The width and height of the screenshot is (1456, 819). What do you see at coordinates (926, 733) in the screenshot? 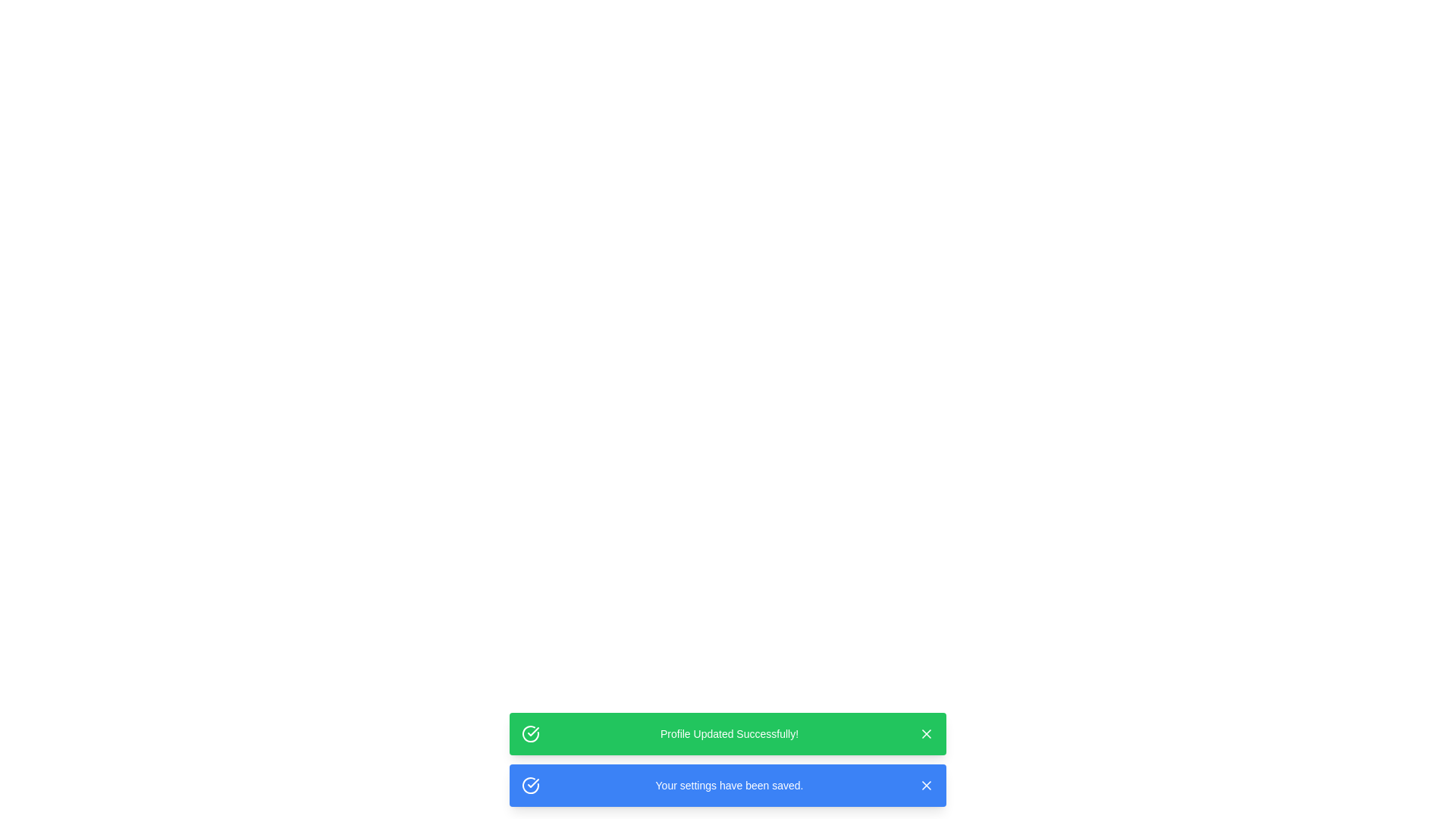
I see `the close icon on the far right side of the green notification bar labeled 'Profile Updated Successfully!'` at bounding box center [926, 733].